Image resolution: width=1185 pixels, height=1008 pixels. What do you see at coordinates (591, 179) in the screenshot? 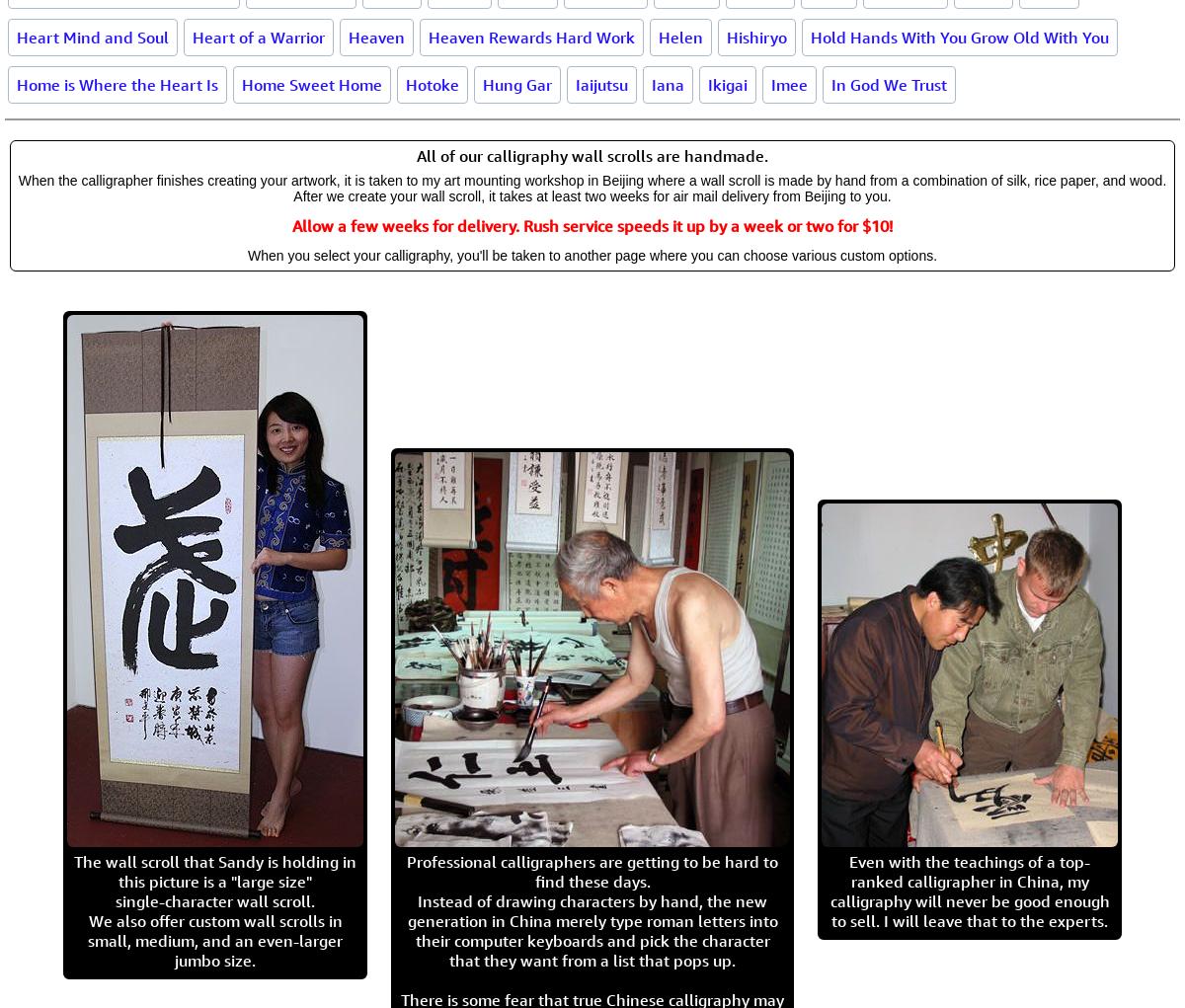
I see `'When the calligrapher finishes creating your artwork, it is taken to my art mounting workshop in Beijing where a wall scroll is made by hand from a combination of silk, rice paper, and wood.'` at bounding box center [591, 179].